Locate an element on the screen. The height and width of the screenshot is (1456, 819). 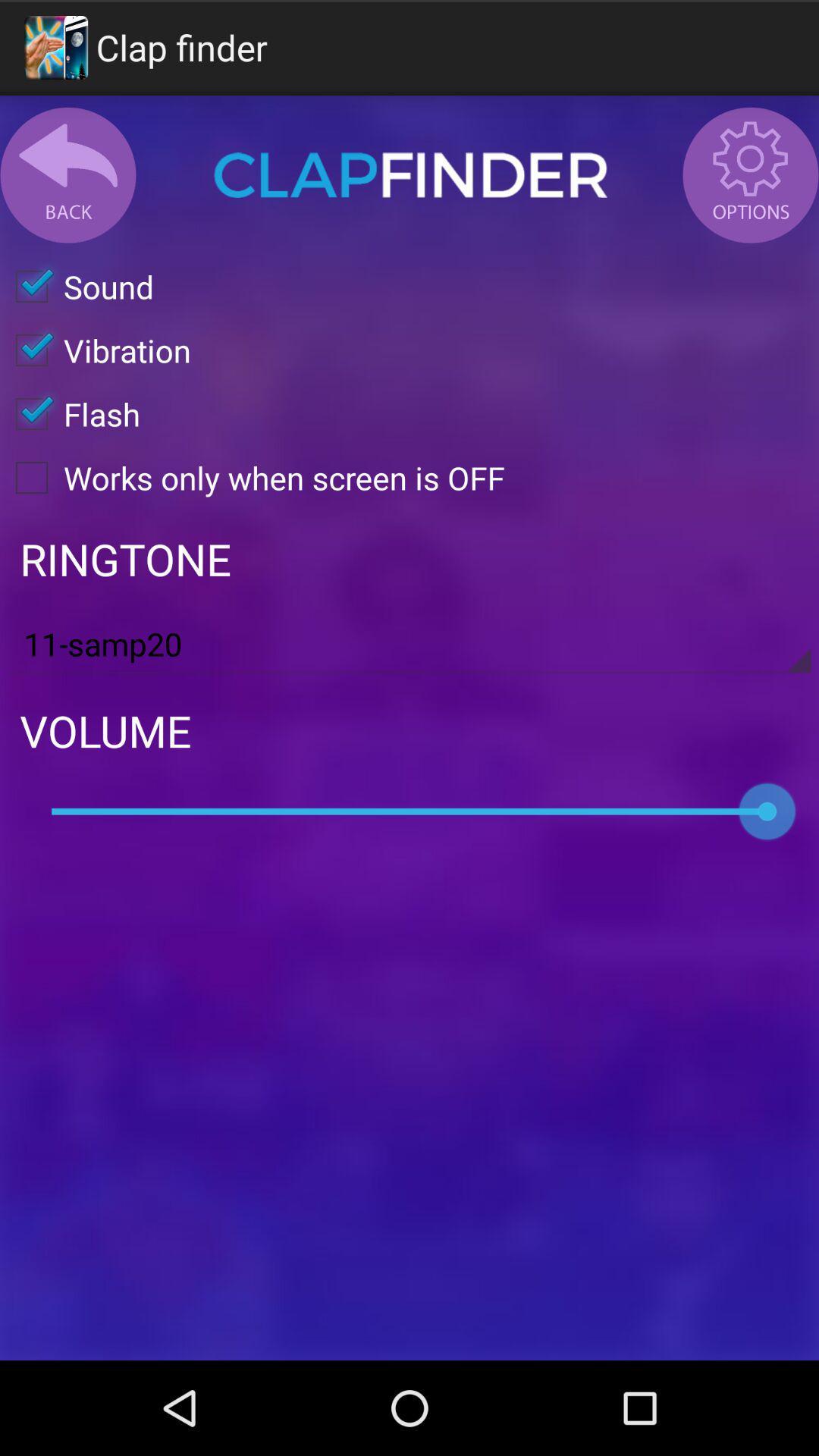
flash checkbox is located at coordinates (70, 414).